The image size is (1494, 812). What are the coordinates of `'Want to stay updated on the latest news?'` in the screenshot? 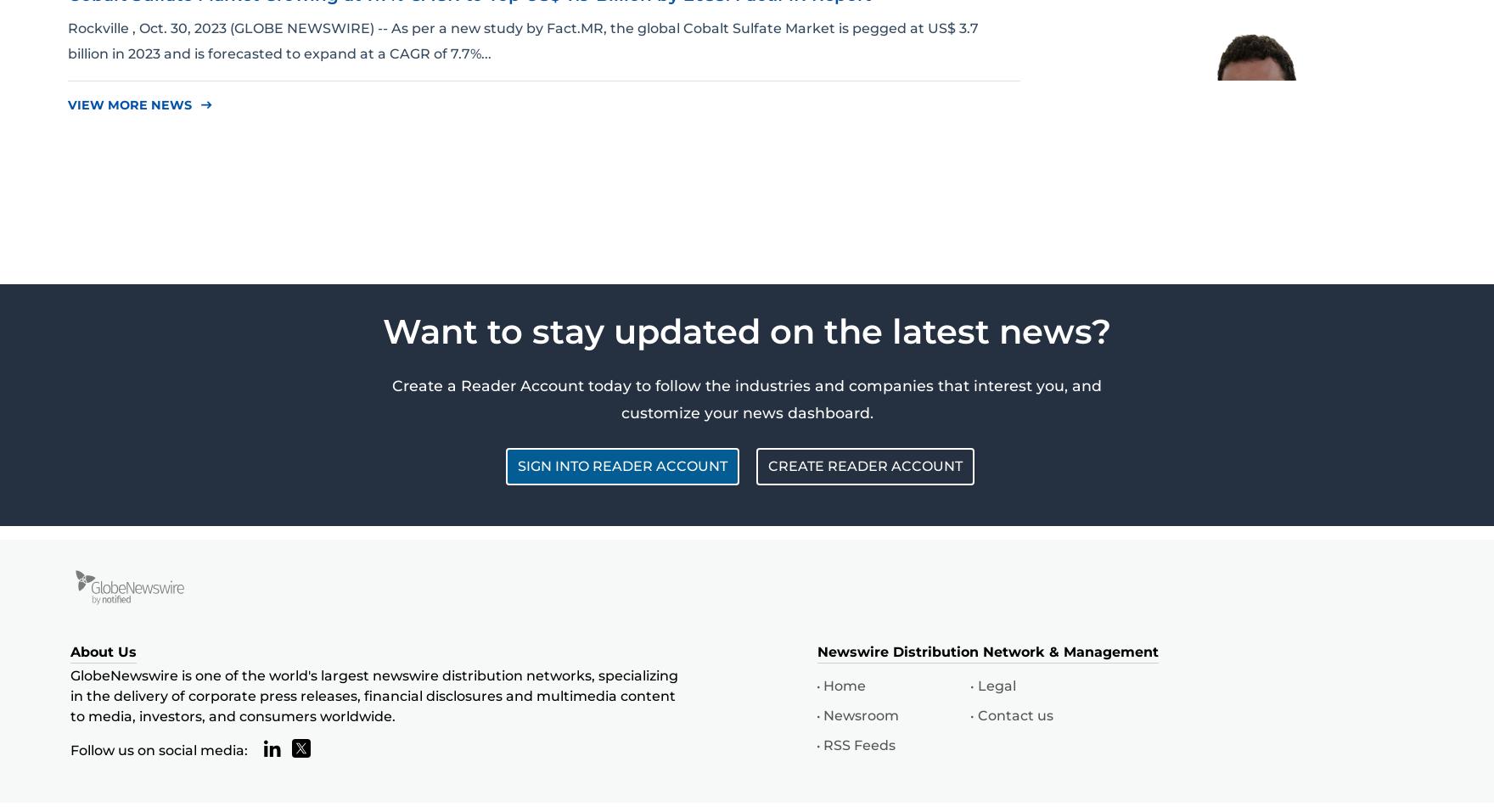 It's located at (747, 330).